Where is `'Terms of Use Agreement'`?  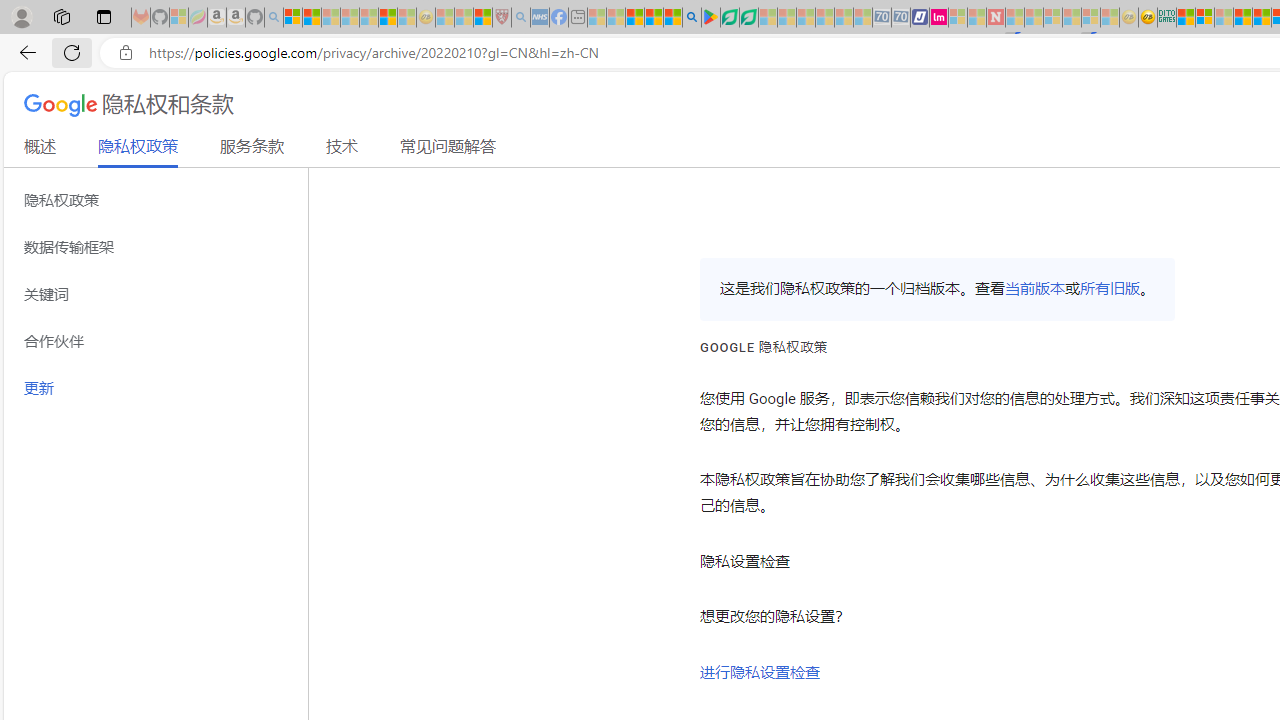 'Terms of Use Agreement' is located at coordinates (728, 17).